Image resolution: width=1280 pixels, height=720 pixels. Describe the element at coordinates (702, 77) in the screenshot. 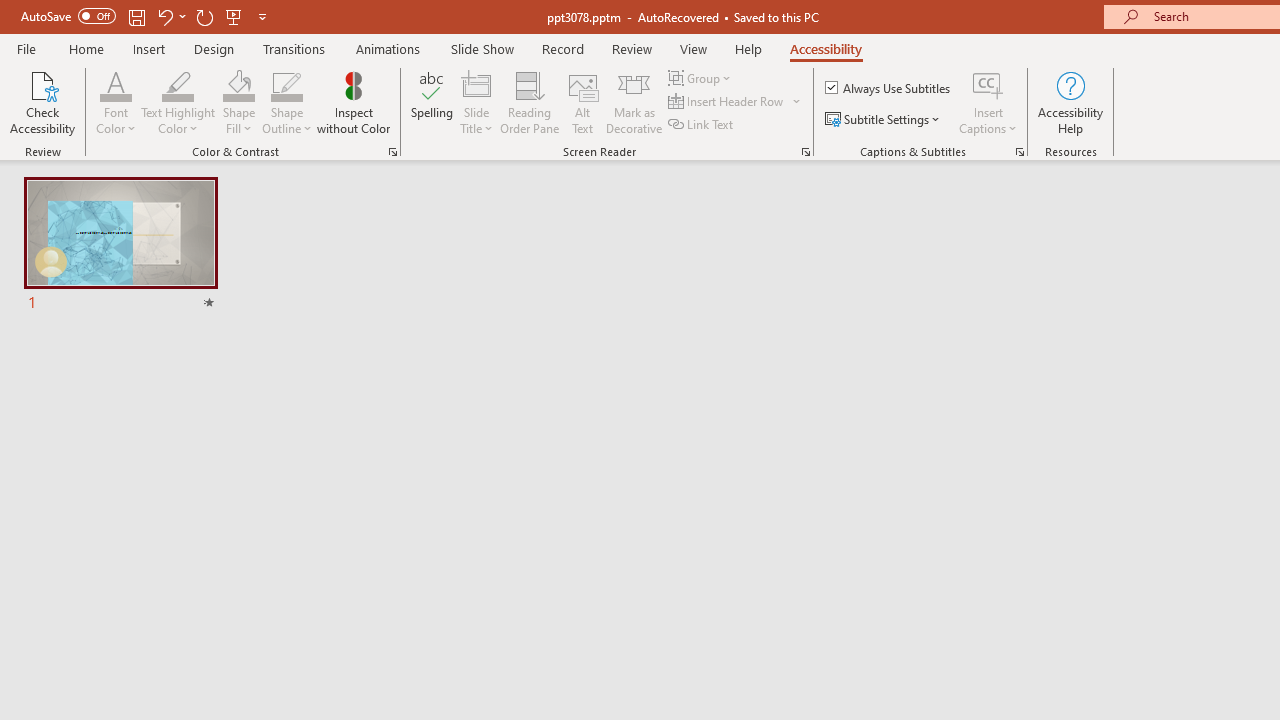

I see `'Group'` at that location.